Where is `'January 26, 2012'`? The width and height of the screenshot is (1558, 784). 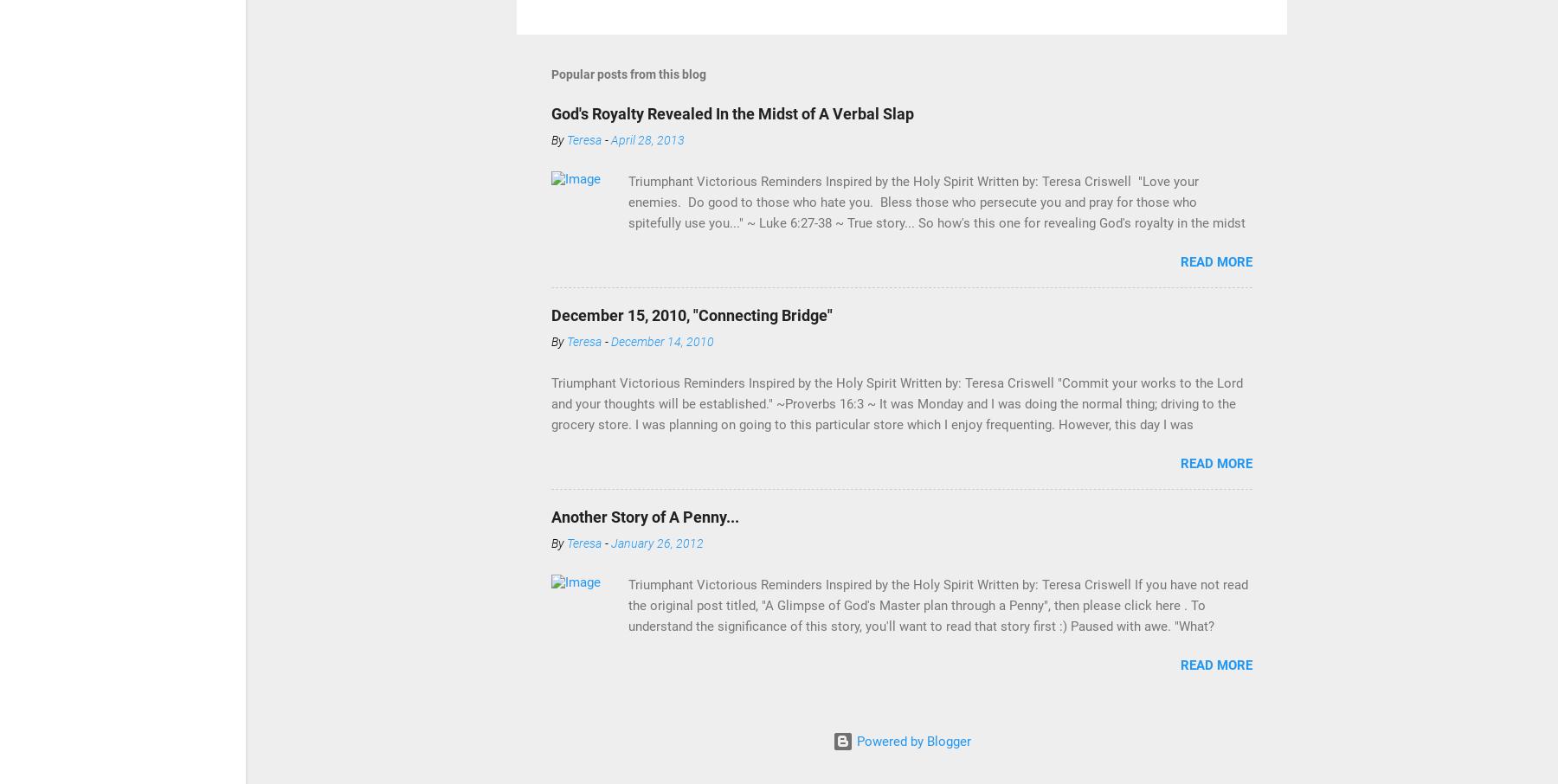 'January 26, 2012' is located at coordinates (656, 543).